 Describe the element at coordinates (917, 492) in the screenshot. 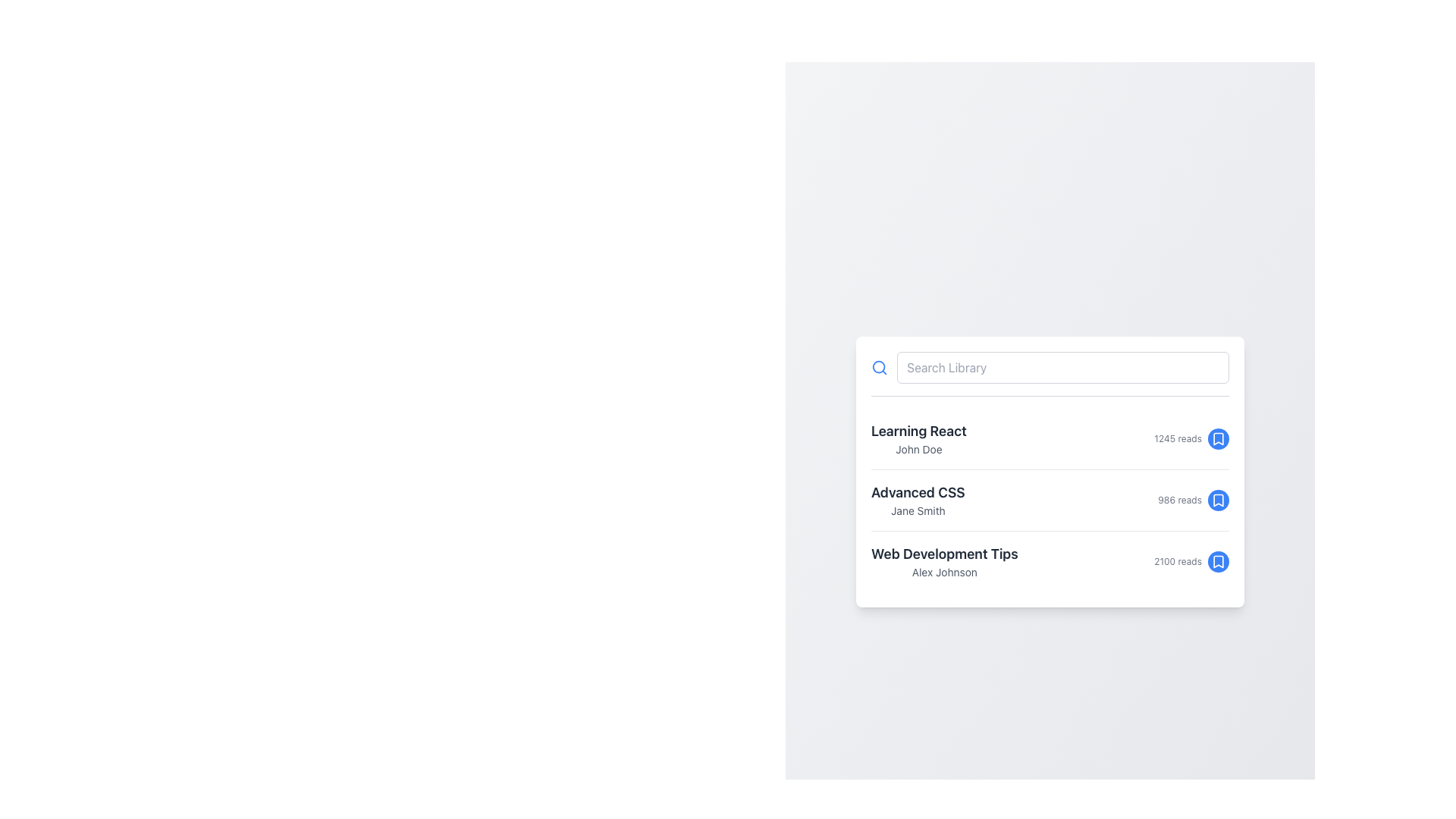

I see `the 'Advanced CSS' text label` at that location.